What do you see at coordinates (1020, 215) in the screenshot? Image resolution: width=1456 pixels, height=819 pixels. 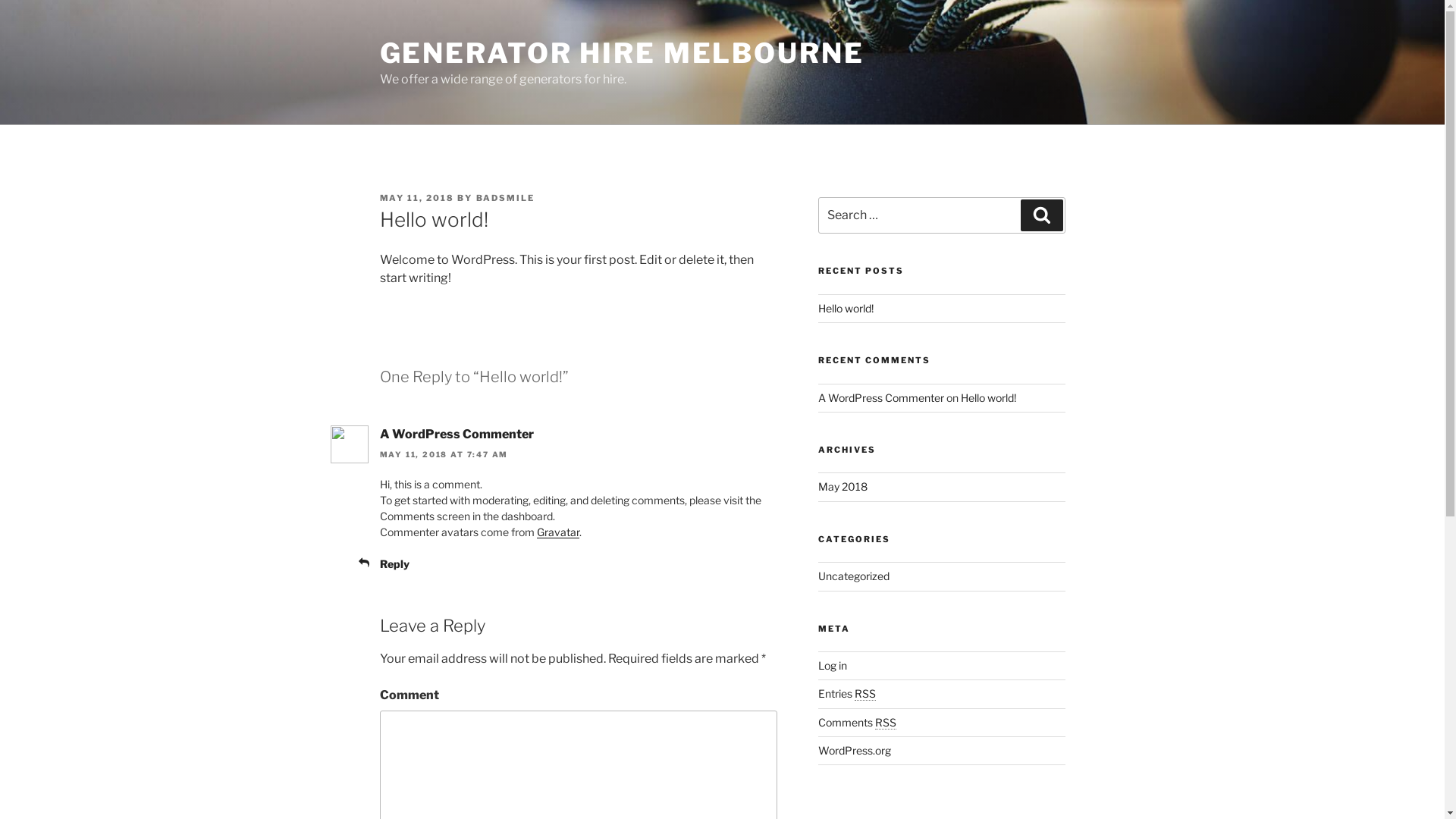 I see `'Search'` at bounding box center [1020, 215].